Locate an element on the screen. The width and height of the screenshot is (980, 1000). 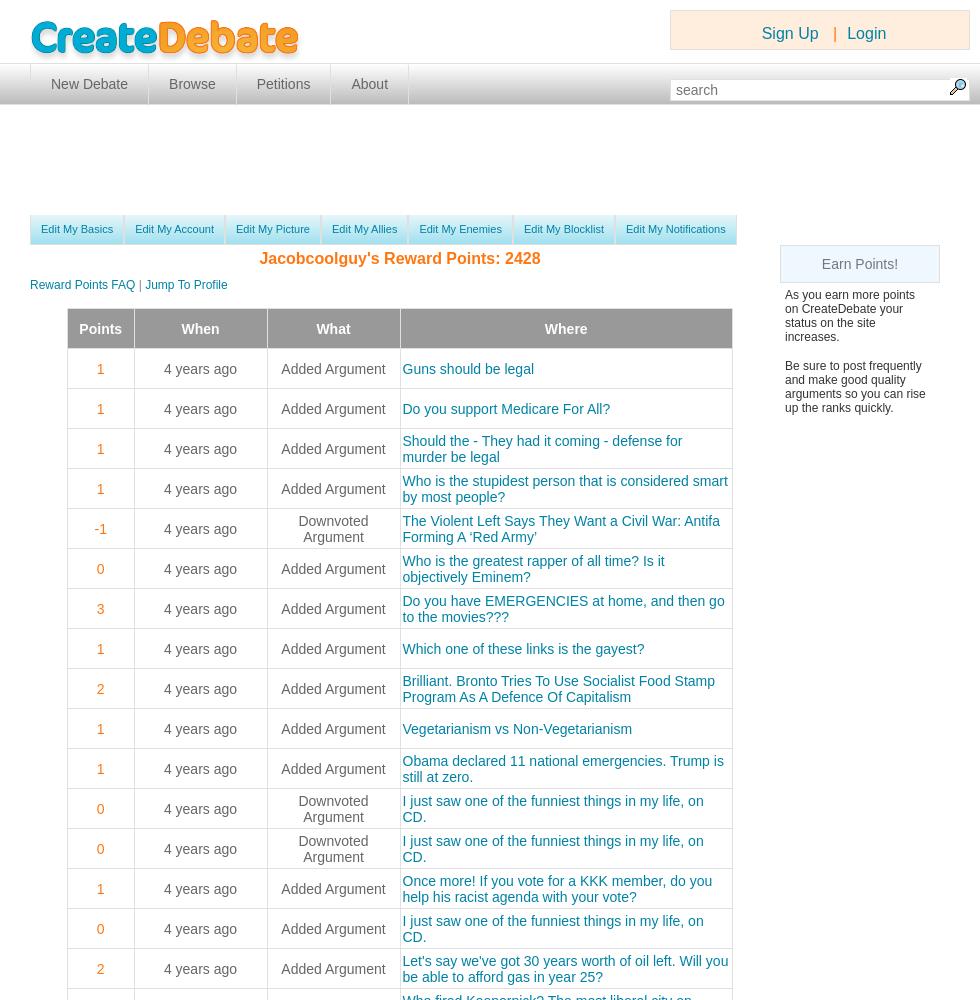
'Do you have EMERGENCIES at home, and then go to the movies???' is located at coordinates (563, 607).